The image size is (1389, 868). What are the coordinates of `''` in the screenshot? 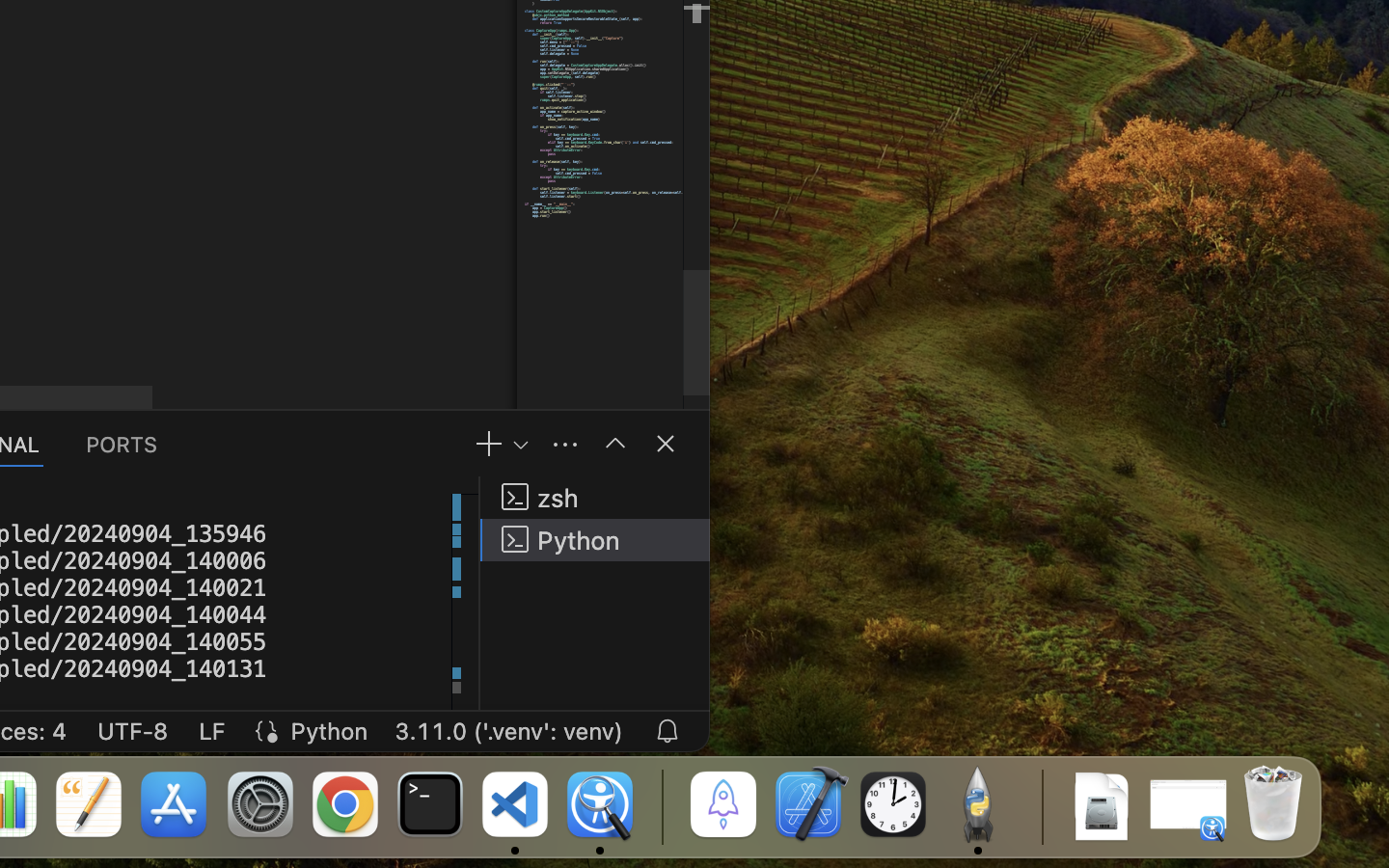 It's located at (614, 442).